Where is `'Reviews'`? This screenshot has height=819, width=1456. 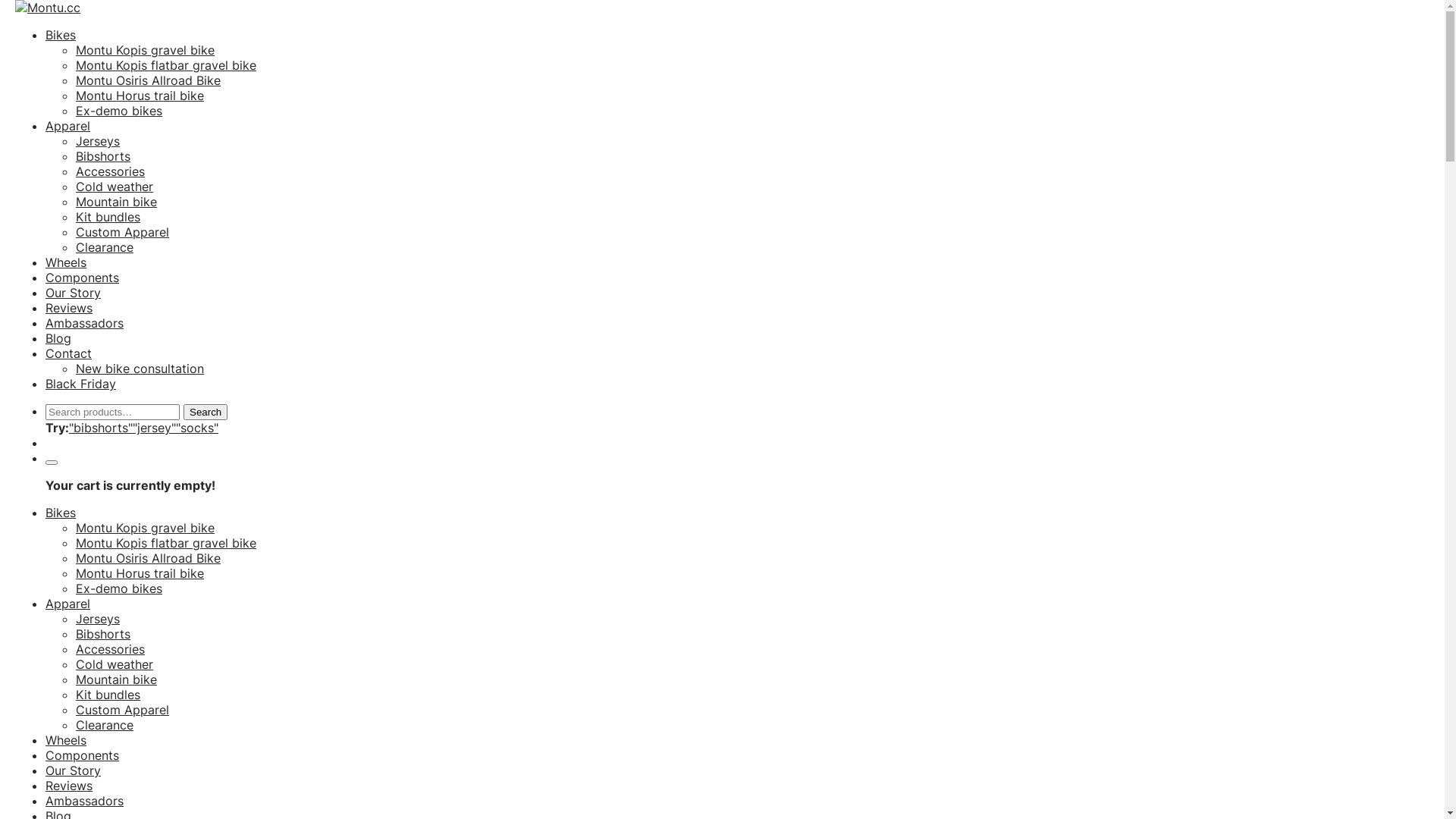
'Reviews' is located at coordinates (68, 785).